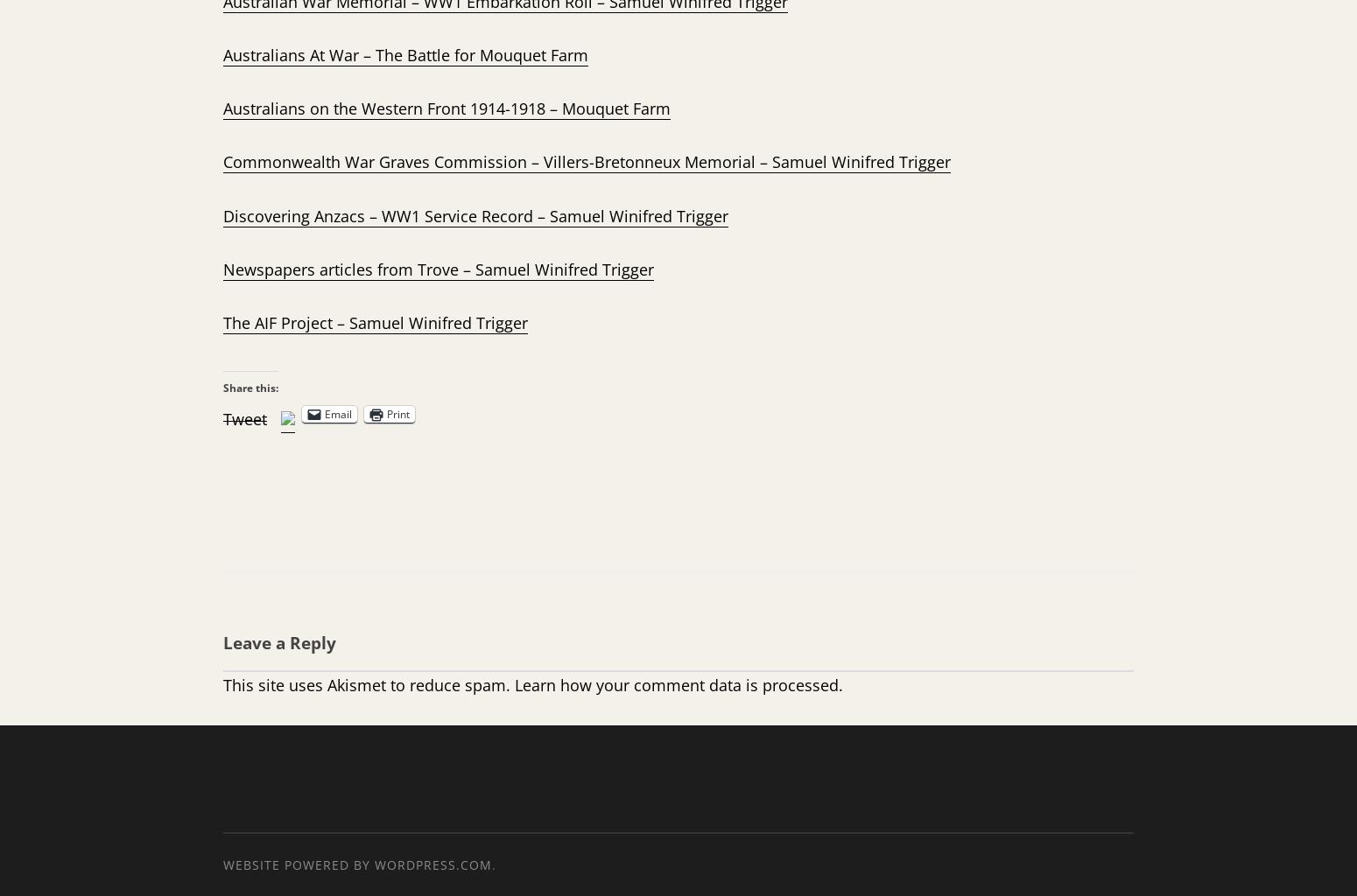  What do you see at coordinates (278, 641) in the screenshot?
I see `'Leave a Reply'` at bounding box center [278, 641].